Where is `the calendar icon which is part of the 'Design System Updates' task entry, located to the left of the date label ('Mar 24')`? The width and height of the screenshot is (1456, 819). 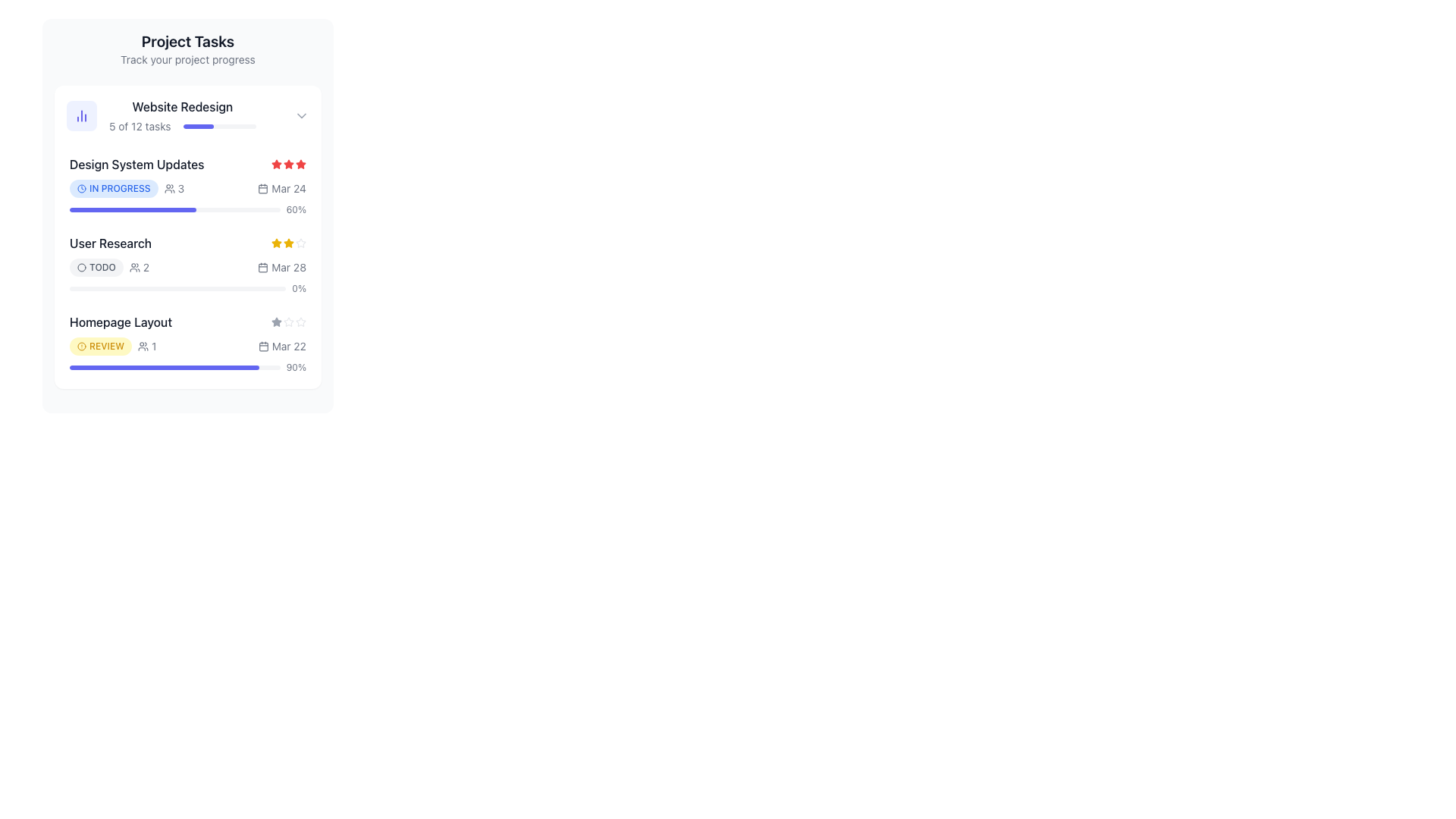
the calendar icon which is part of the 'Design System Updates' task entry, located to the left of the date label ('Mar 24') is located at coordinates (263, 188).